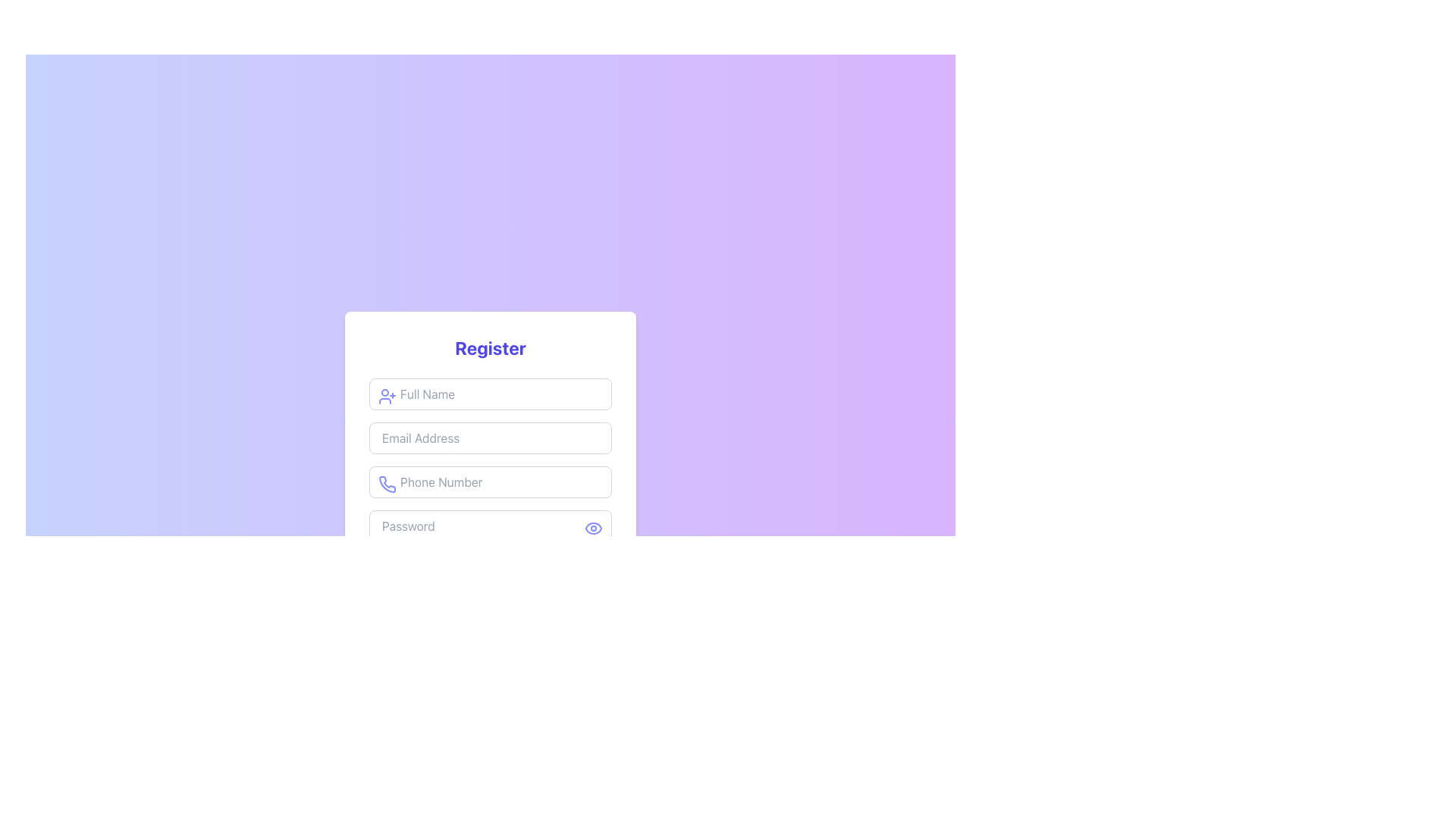  What do you see at coordinates (388, 485) in the screenshot?
I see `the decorative phone number icon located inside the 'Phone Number' input field, which is the third field in the form` at bounding box center [388, 485].